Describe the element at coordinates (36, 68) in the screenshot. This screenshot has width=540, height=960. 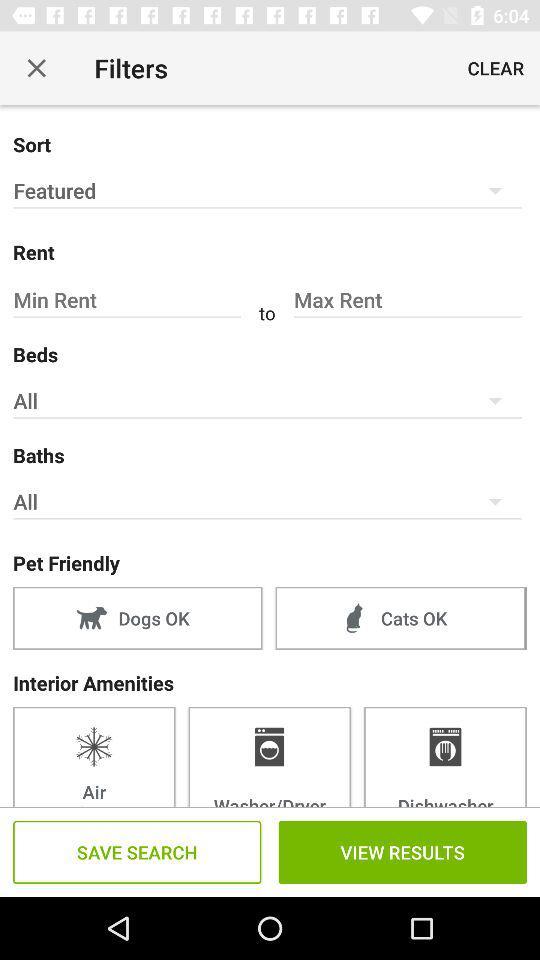
I see `close` at that location.